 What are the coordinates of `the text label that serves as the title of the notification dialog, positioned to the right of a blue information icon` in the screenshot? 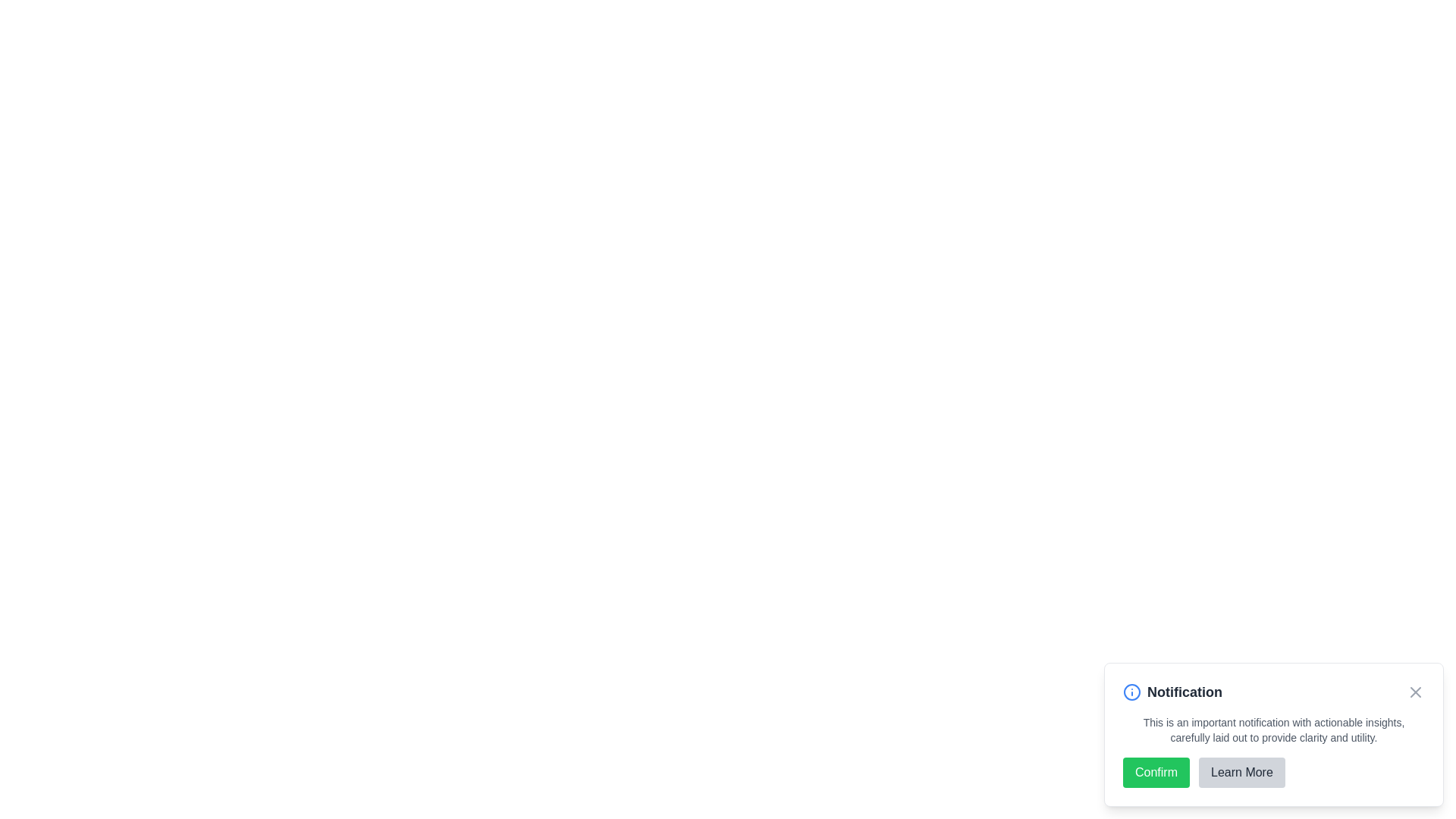 It's located at (1184, 692).